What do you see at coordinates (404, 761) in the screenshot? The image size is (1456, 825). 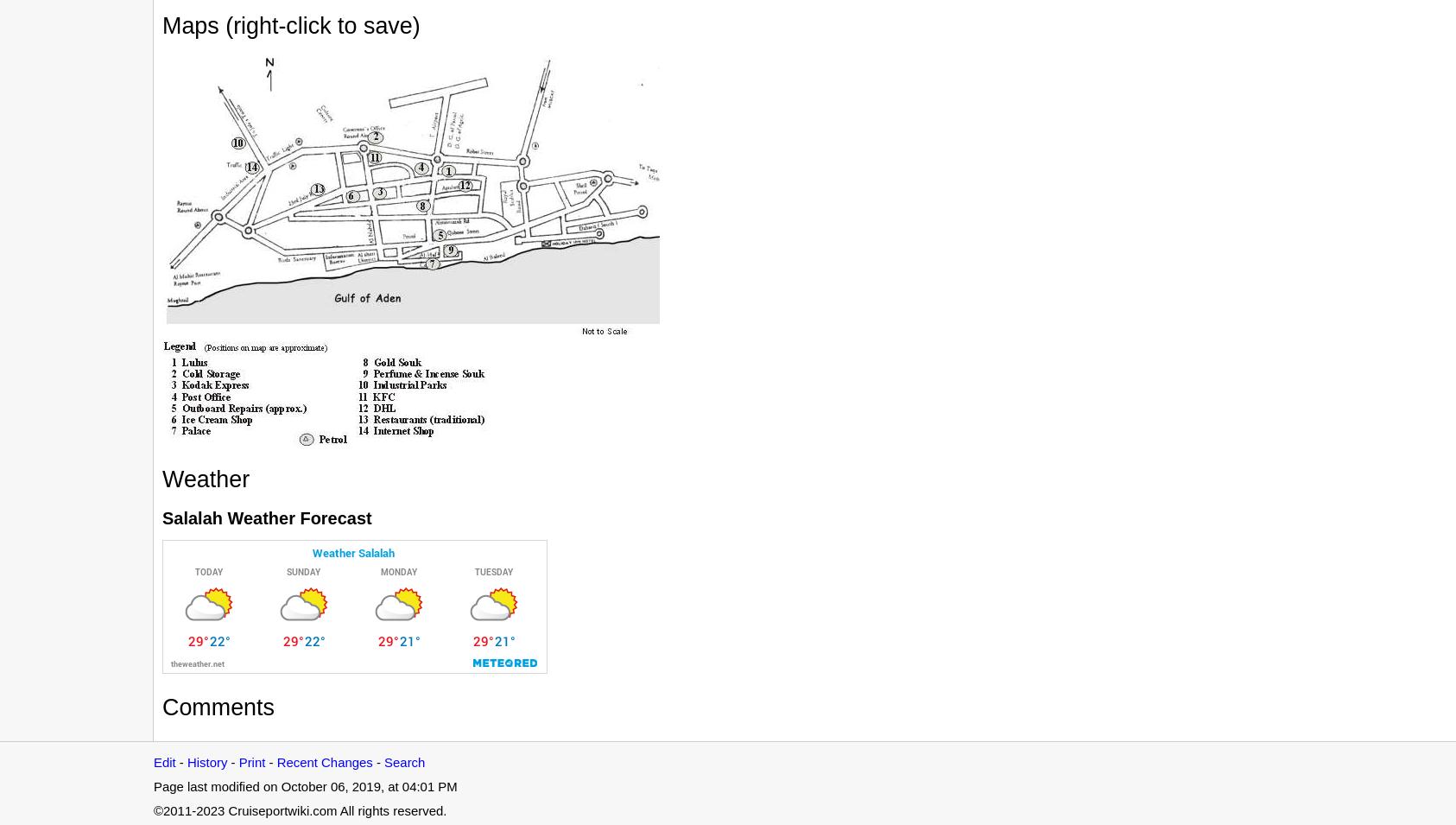 I see `'Search'` at bounding box center [404, 761].